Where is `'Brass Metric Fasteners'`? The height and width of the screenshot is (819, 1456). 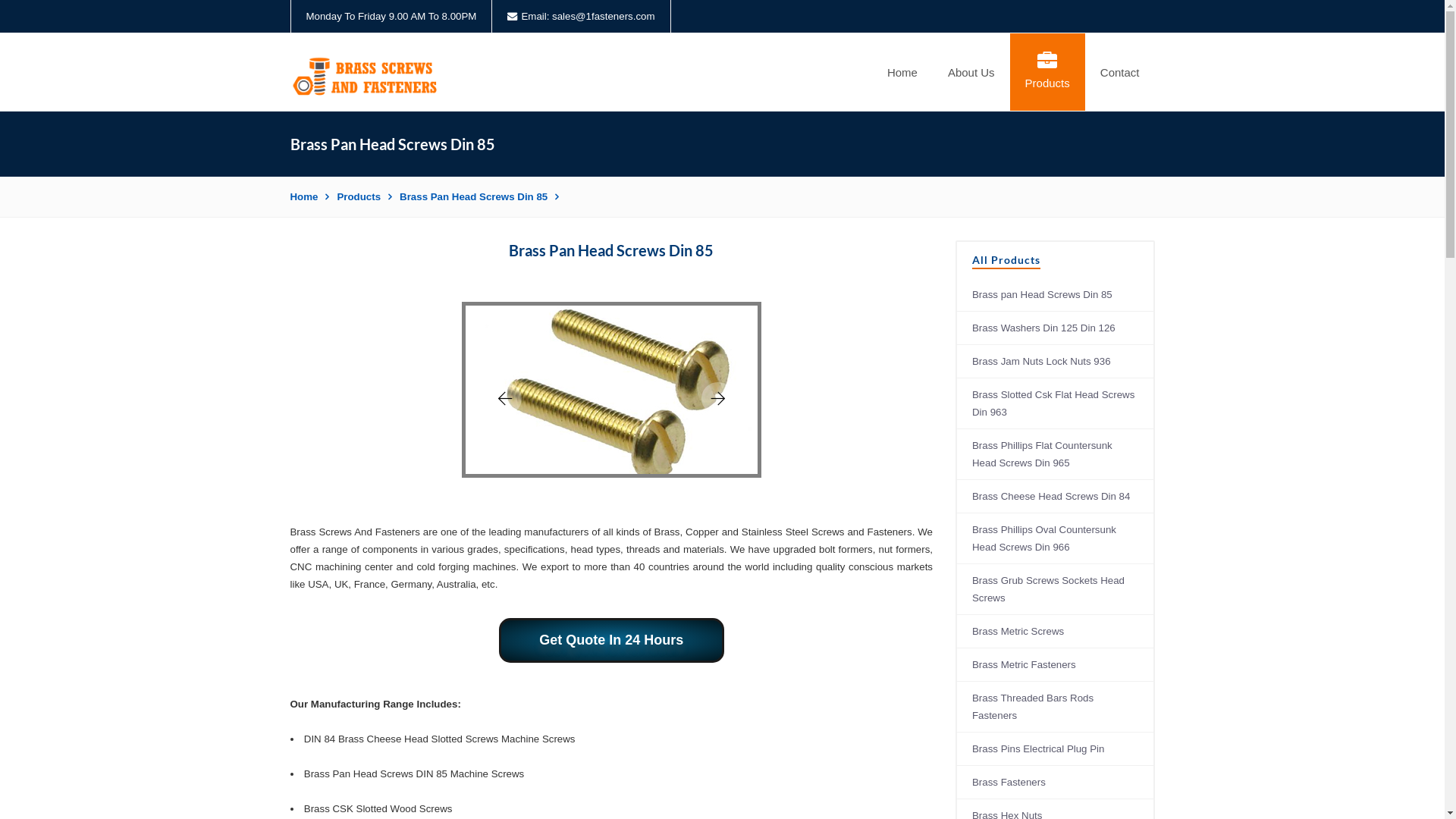
'Brass Metric Fasteners' is located at coordinates (956, 664).